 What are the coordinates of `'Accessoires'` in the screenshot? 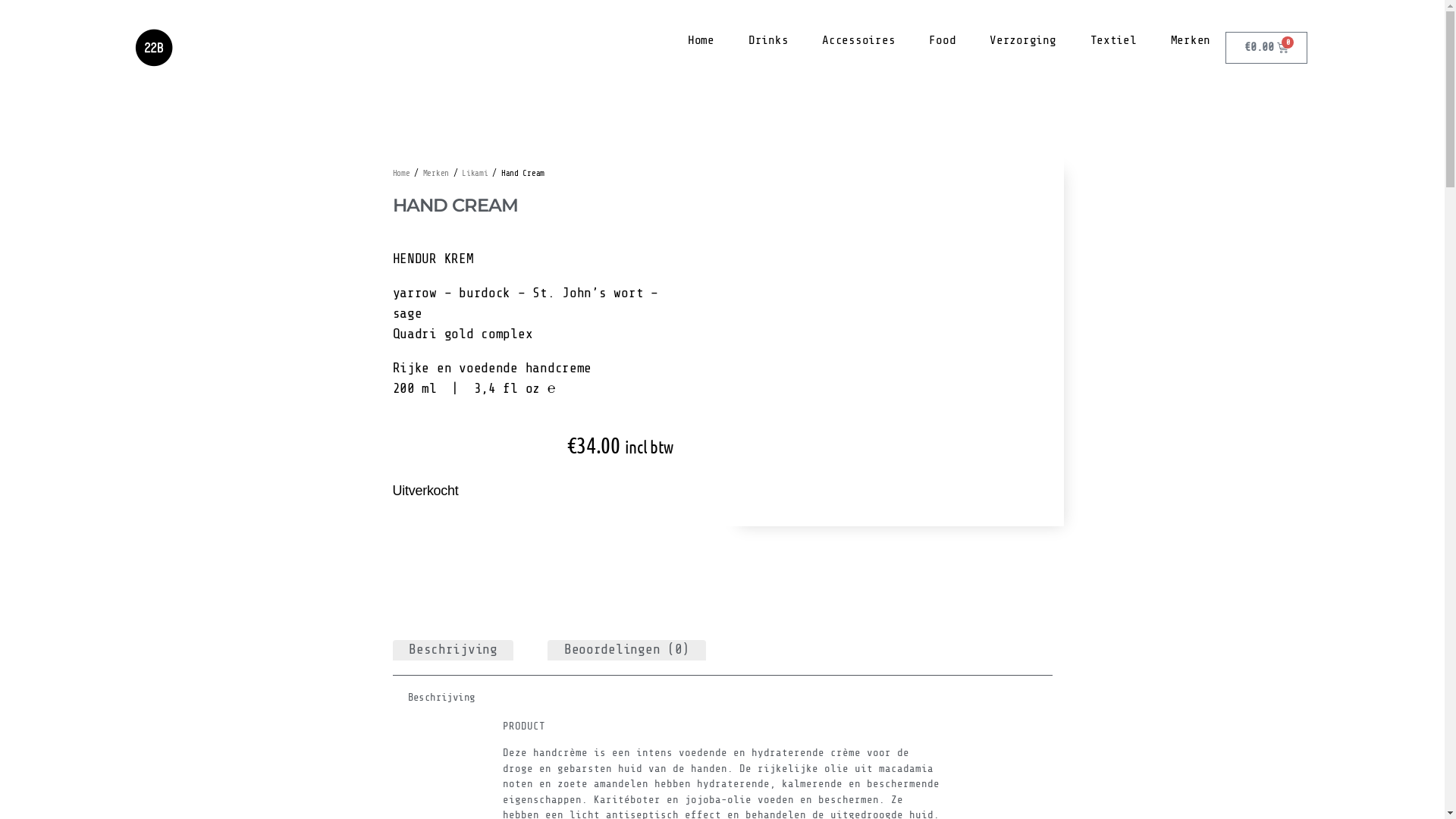 It's located at (858, 39).